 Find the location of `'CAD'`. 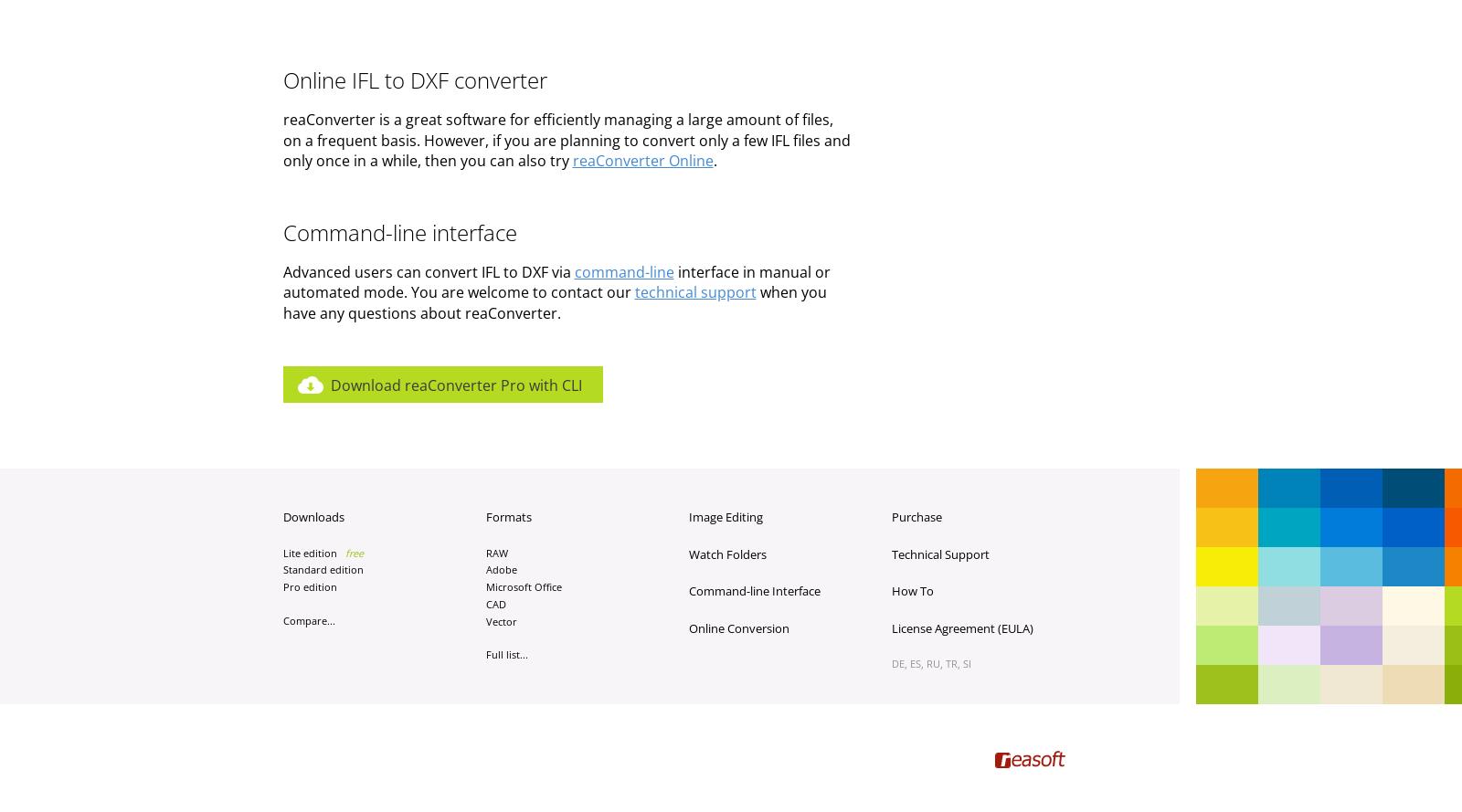

'CAD' is located at coordinates (484, 603).